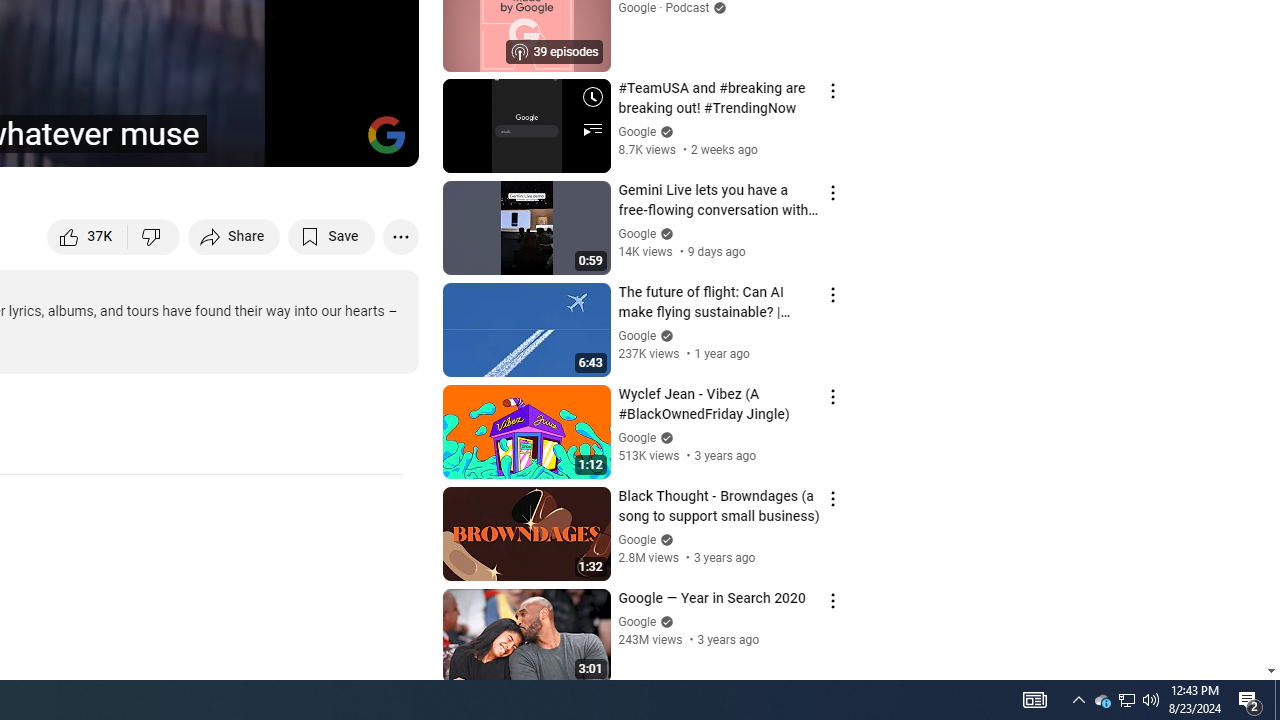 The image size is (1280, 720). Describe the element at coordinates (400, 235) in the screenshot. I see `'More actions'` at that location.